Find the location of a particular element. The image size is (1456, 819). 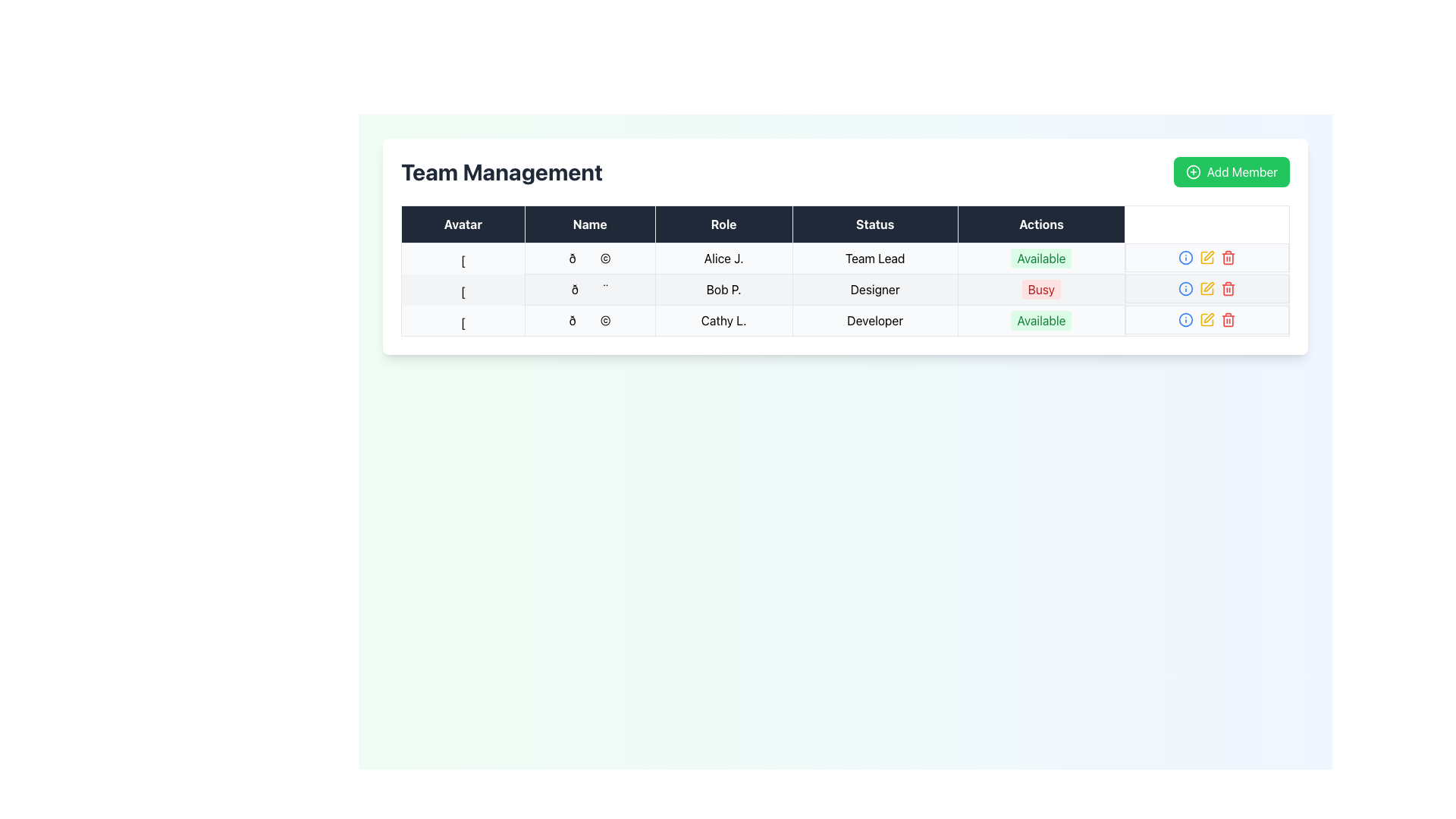

the square-shaped editing icon with a pen-like figure located in the 'Actions' column, second row of the table is located at coordinates (1207, 256).